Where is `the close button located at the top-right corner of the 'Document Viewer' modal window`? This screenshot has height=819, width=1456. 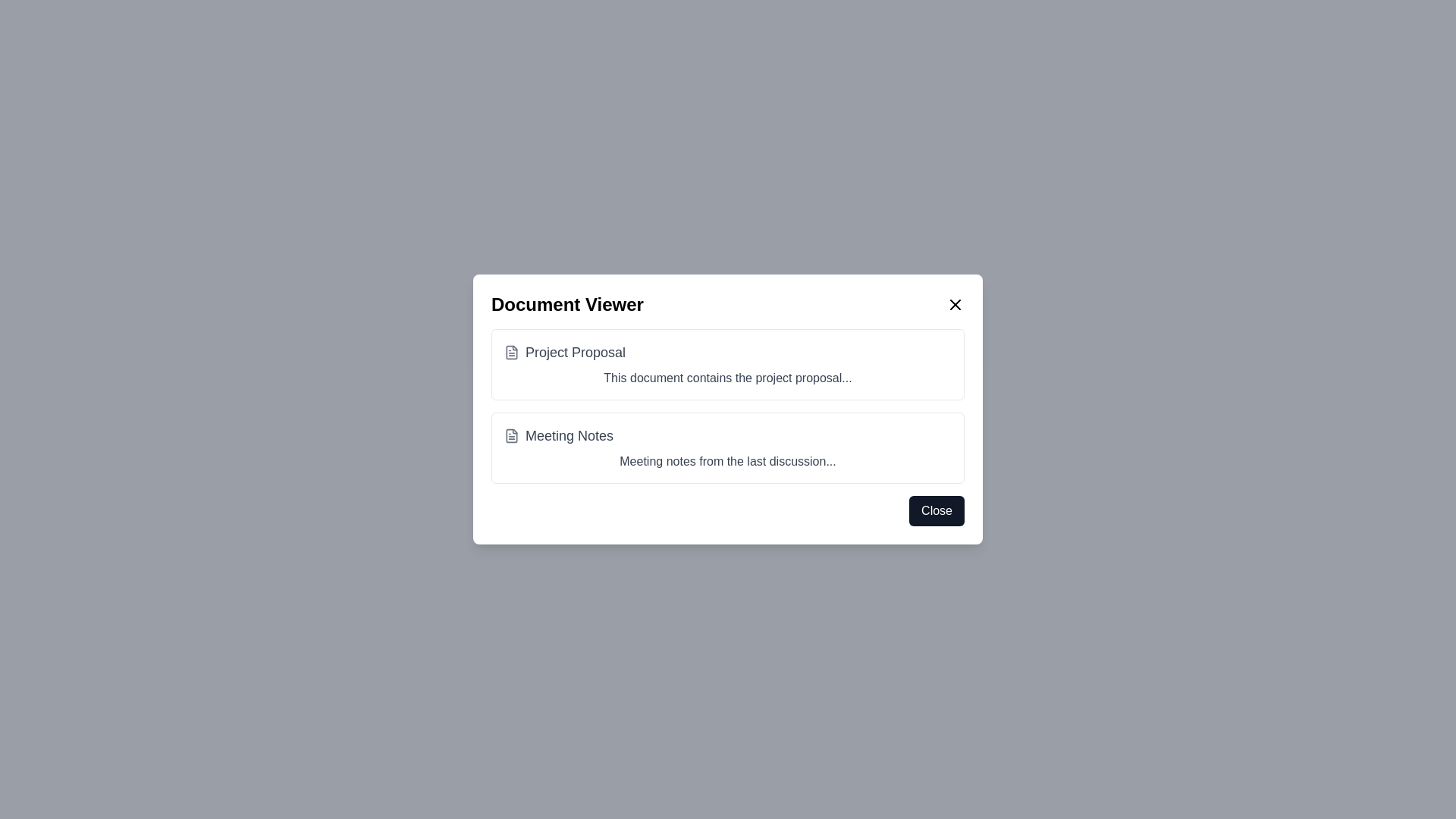 the close button located at the top-right corner of the 'Document Viewer' modal window is located at coordinates (954, 304).